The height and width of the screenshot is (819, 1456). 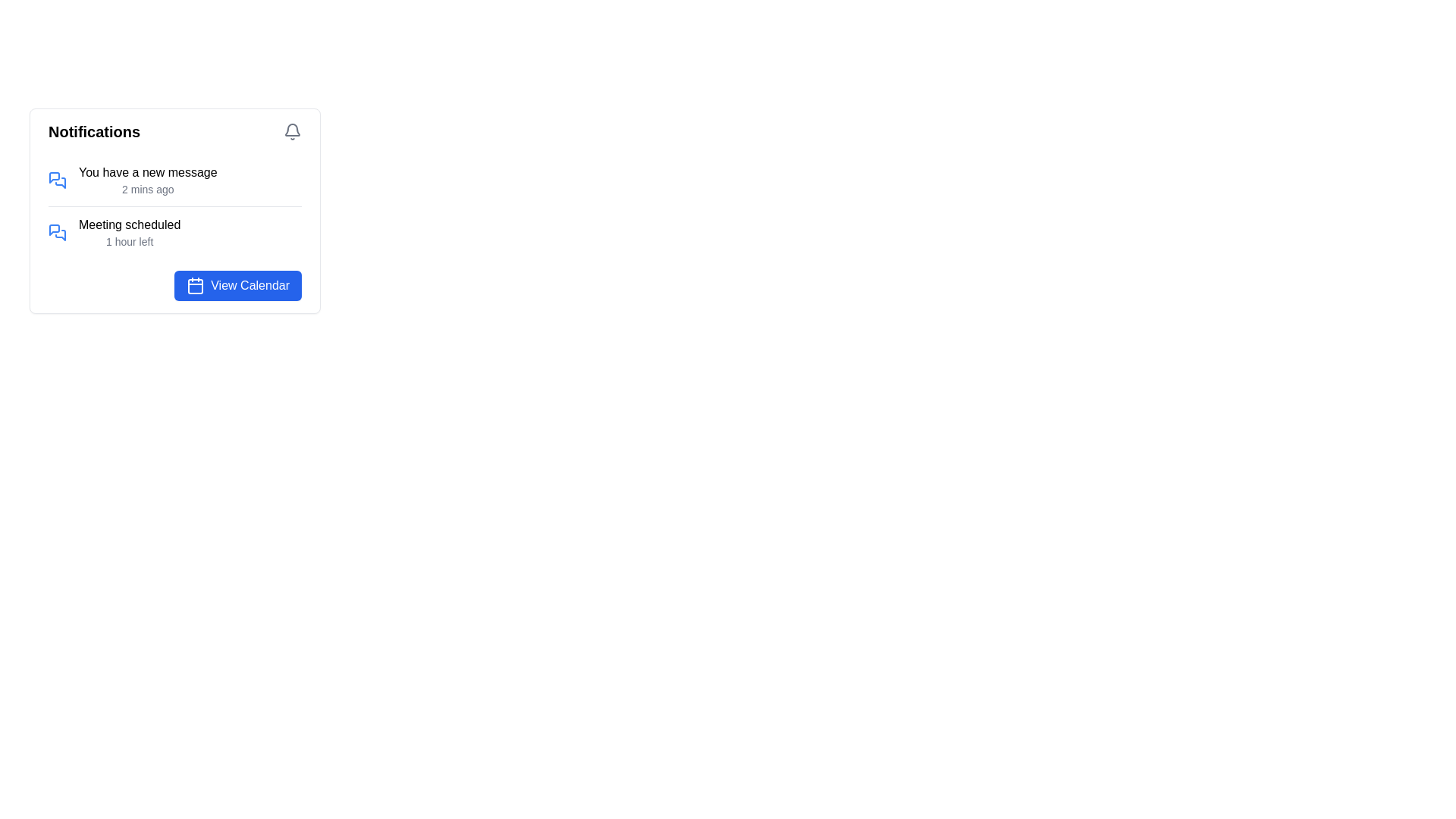 I want to click on the 'View Calendar' text label, which is styled in white font against a blue background and part of an interactive button component, located centrally next to a calendar icon, so click(x=250, y=286).